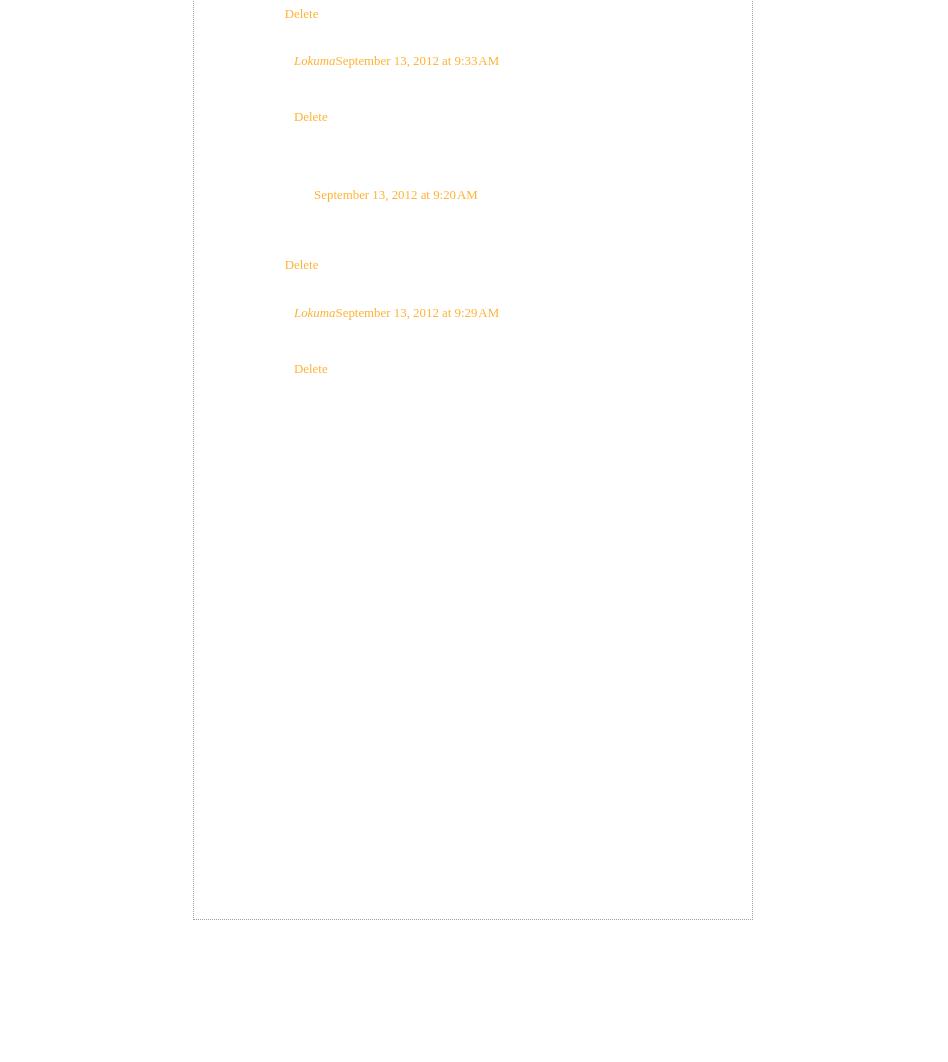 The image size is (948, 1062). Describe the element at coordinates (416, 311) in the screenshot. I see `'September 13, 2012 at 9:29 AM'` at that location.